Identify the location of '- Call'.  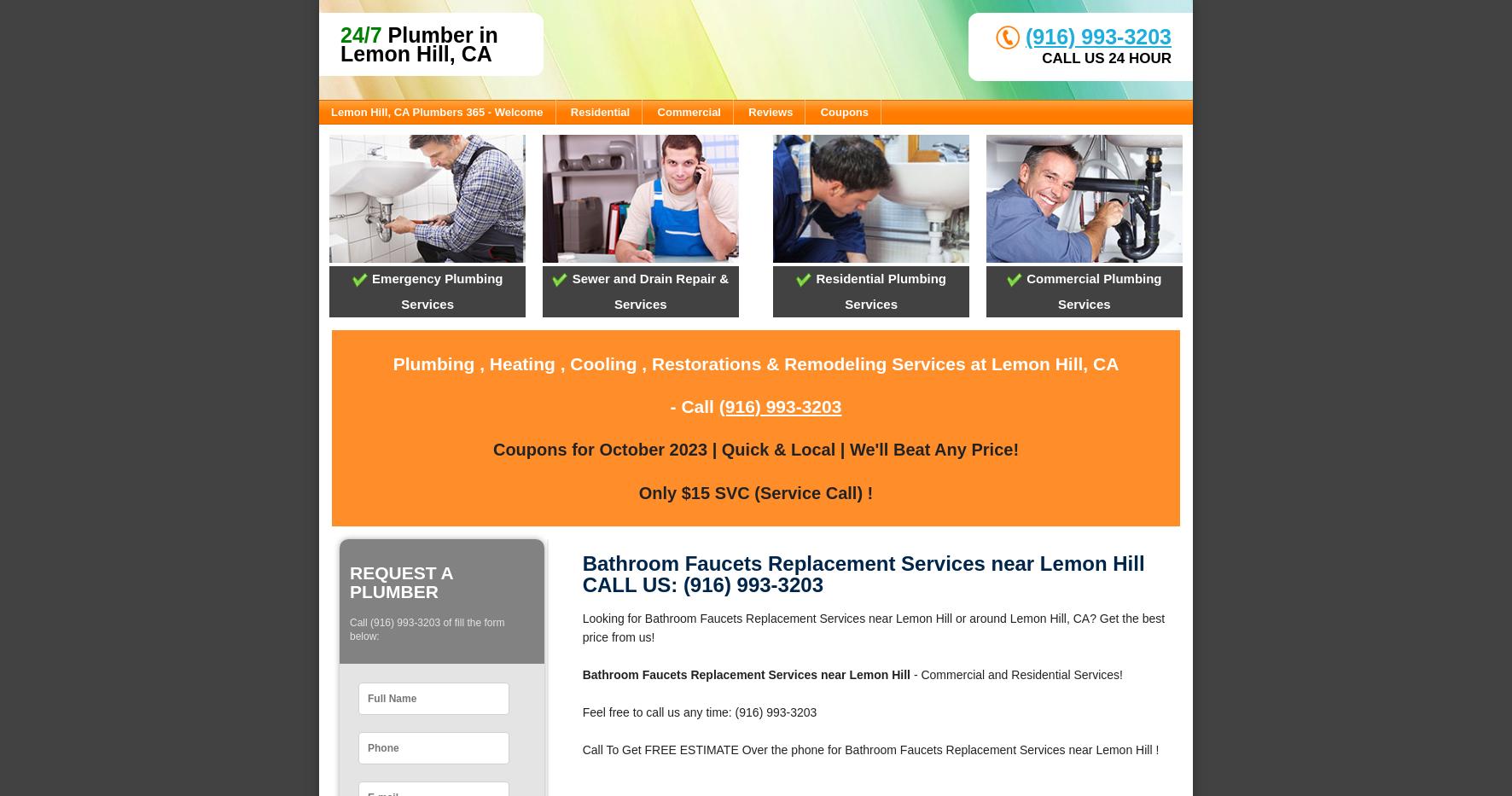
(694, 405).